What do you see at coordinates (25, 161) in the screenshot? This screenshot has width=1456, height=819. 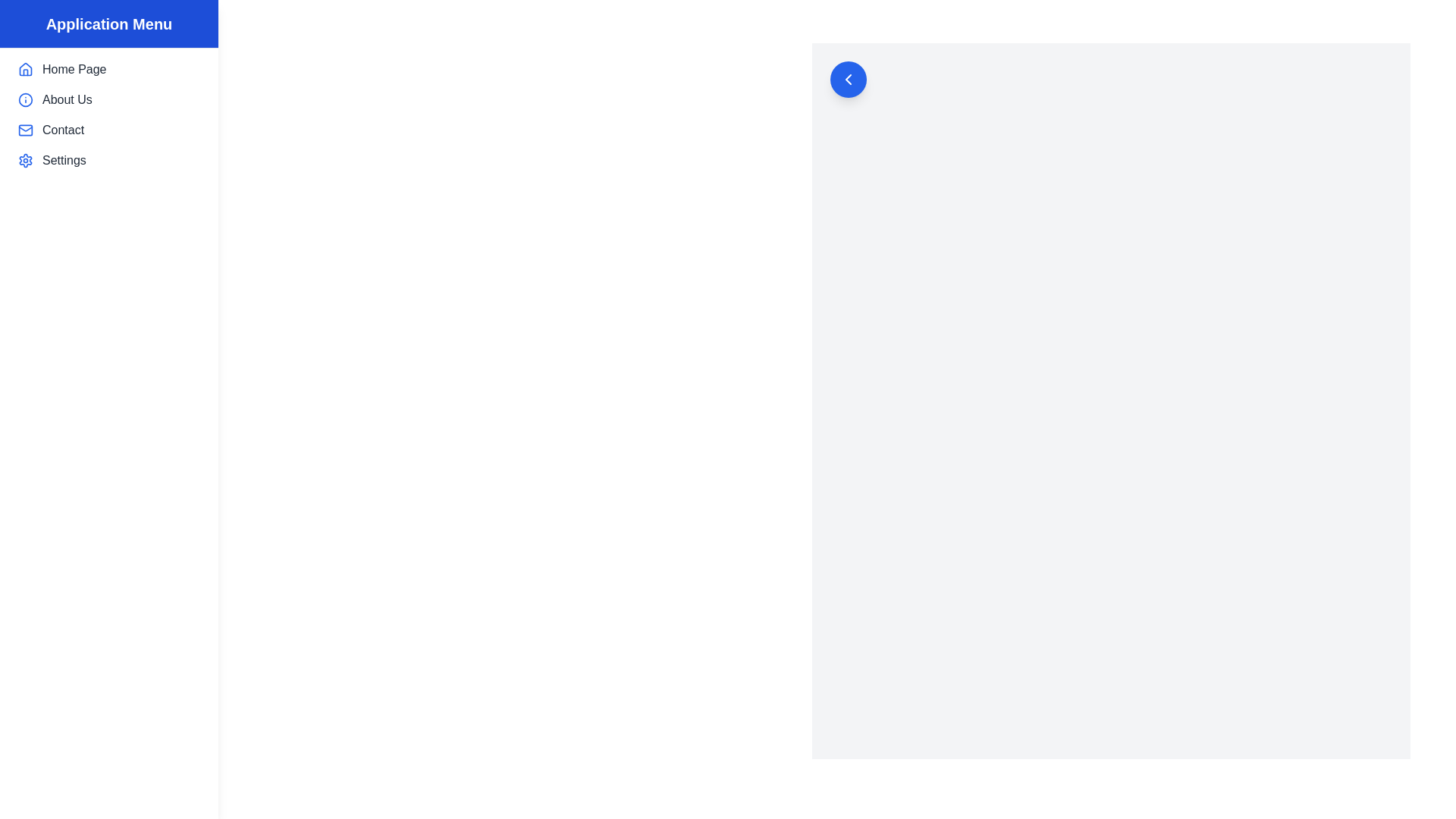 I see `the 'Settings' icon in the side navigation bar` at bounding box center [25, 161].